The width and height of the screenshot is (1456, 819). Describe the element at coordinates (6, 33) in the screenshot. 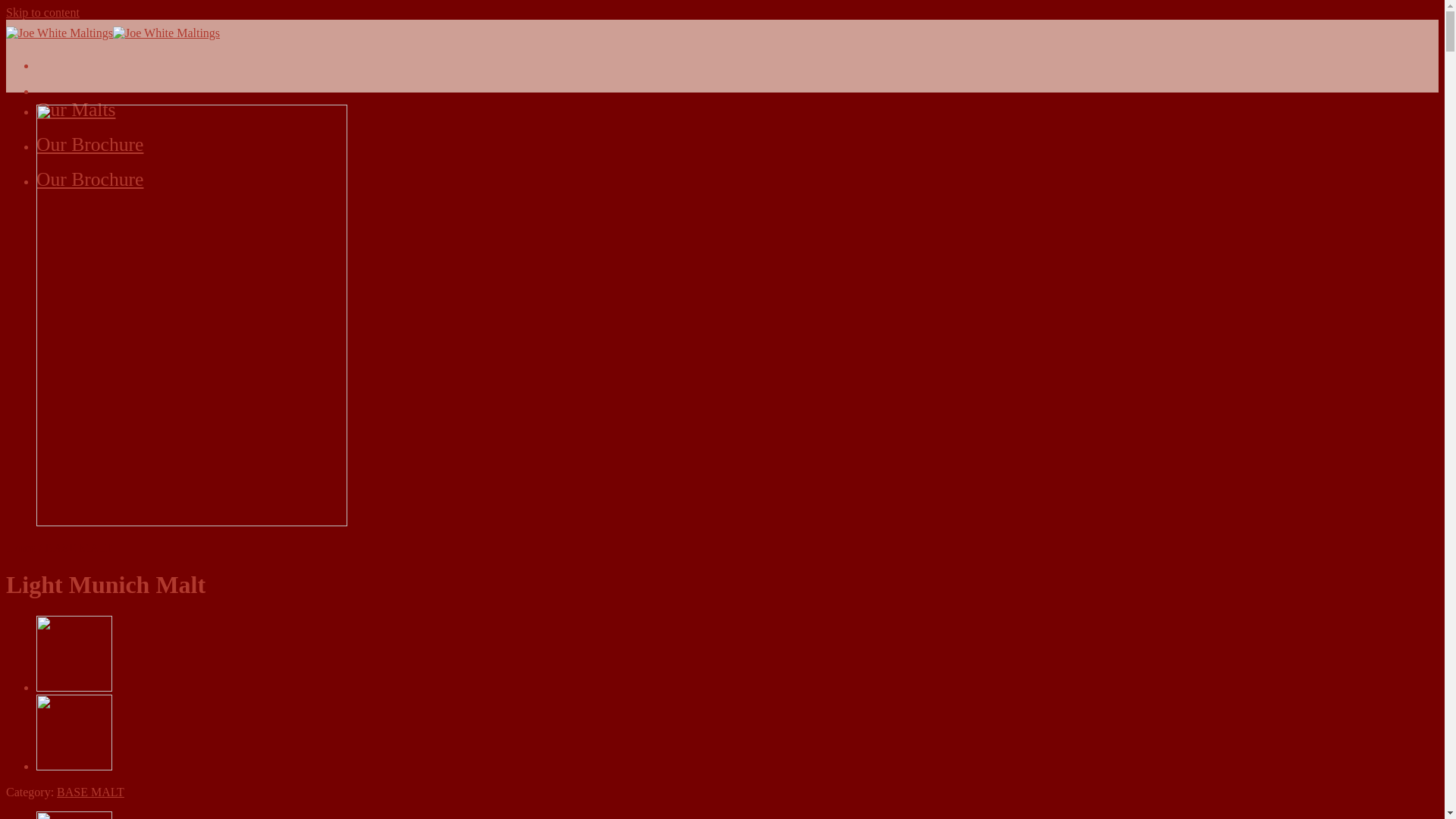

I see `'Joe White Maltings - Australian Maltsters Since 1858'` at that location.